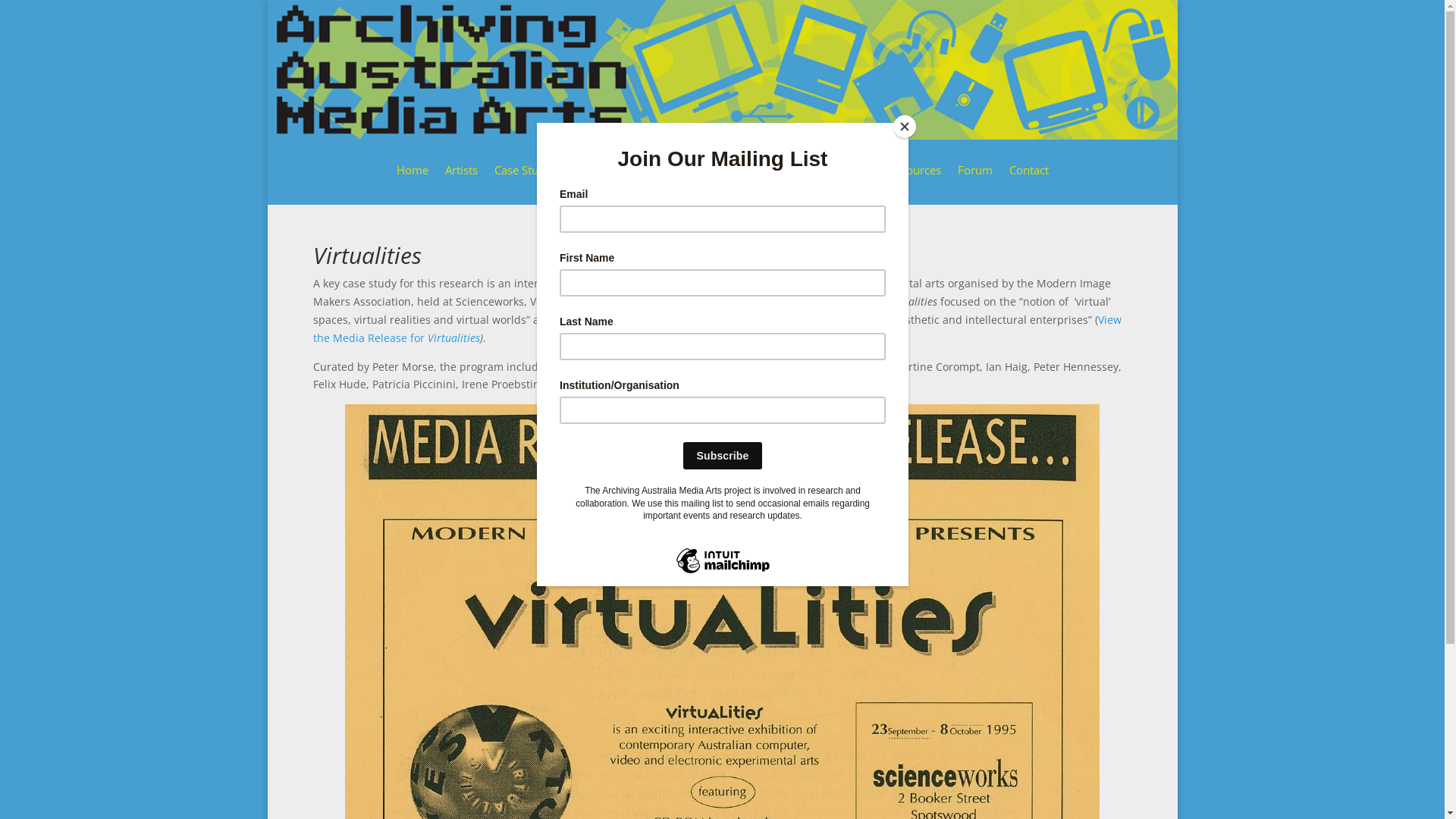  What do you see at coordinates (974, 180) in the screenshot?
I see `'Forum'` at bounding box center [974, 180].